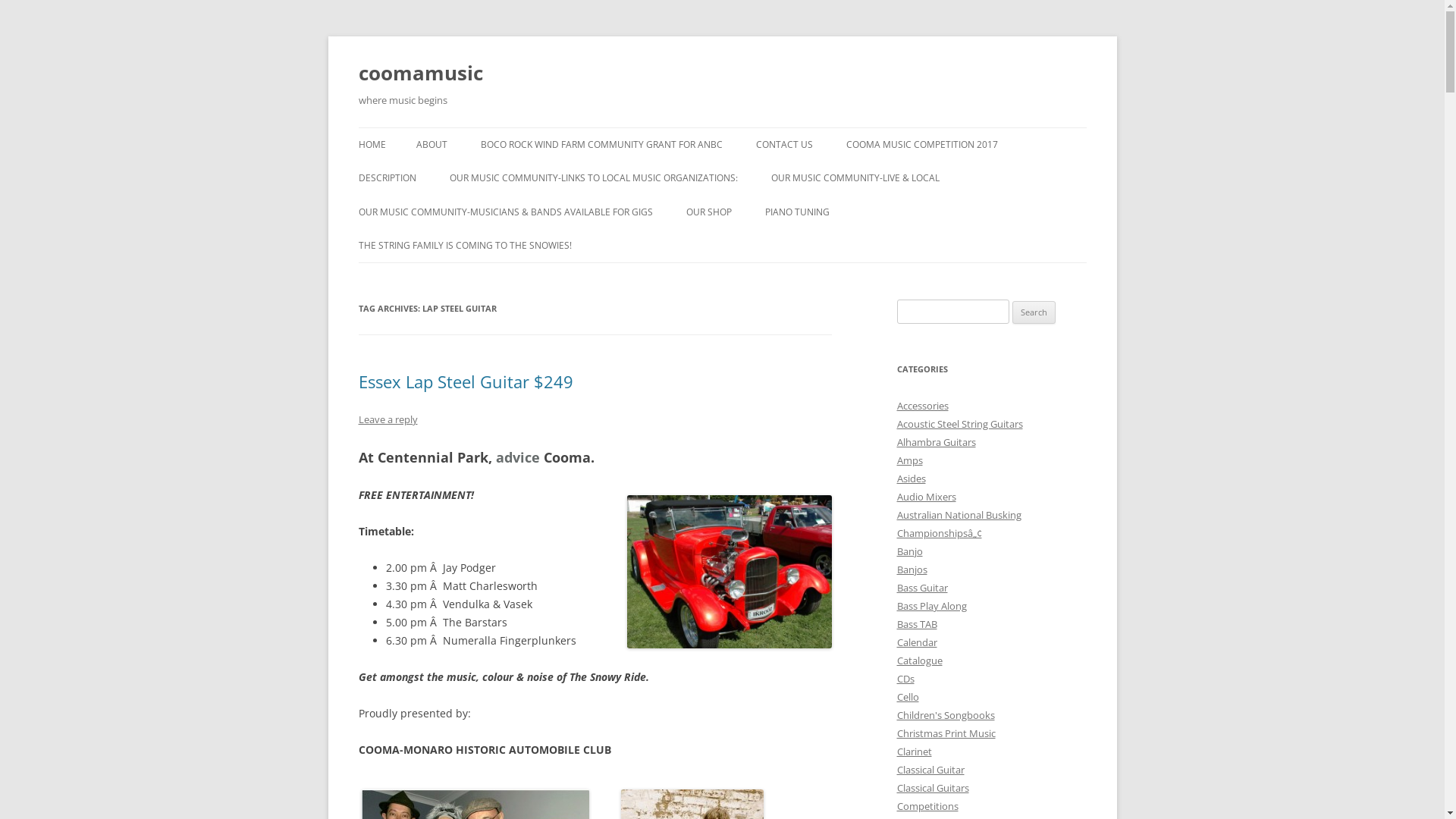 The image size is (1456, 819). What do you see at coordinates (846, 145) in the screenshot?
I see `'COOMA MUSIC COMPETITION 2017'` at bounding box center [846, 145].